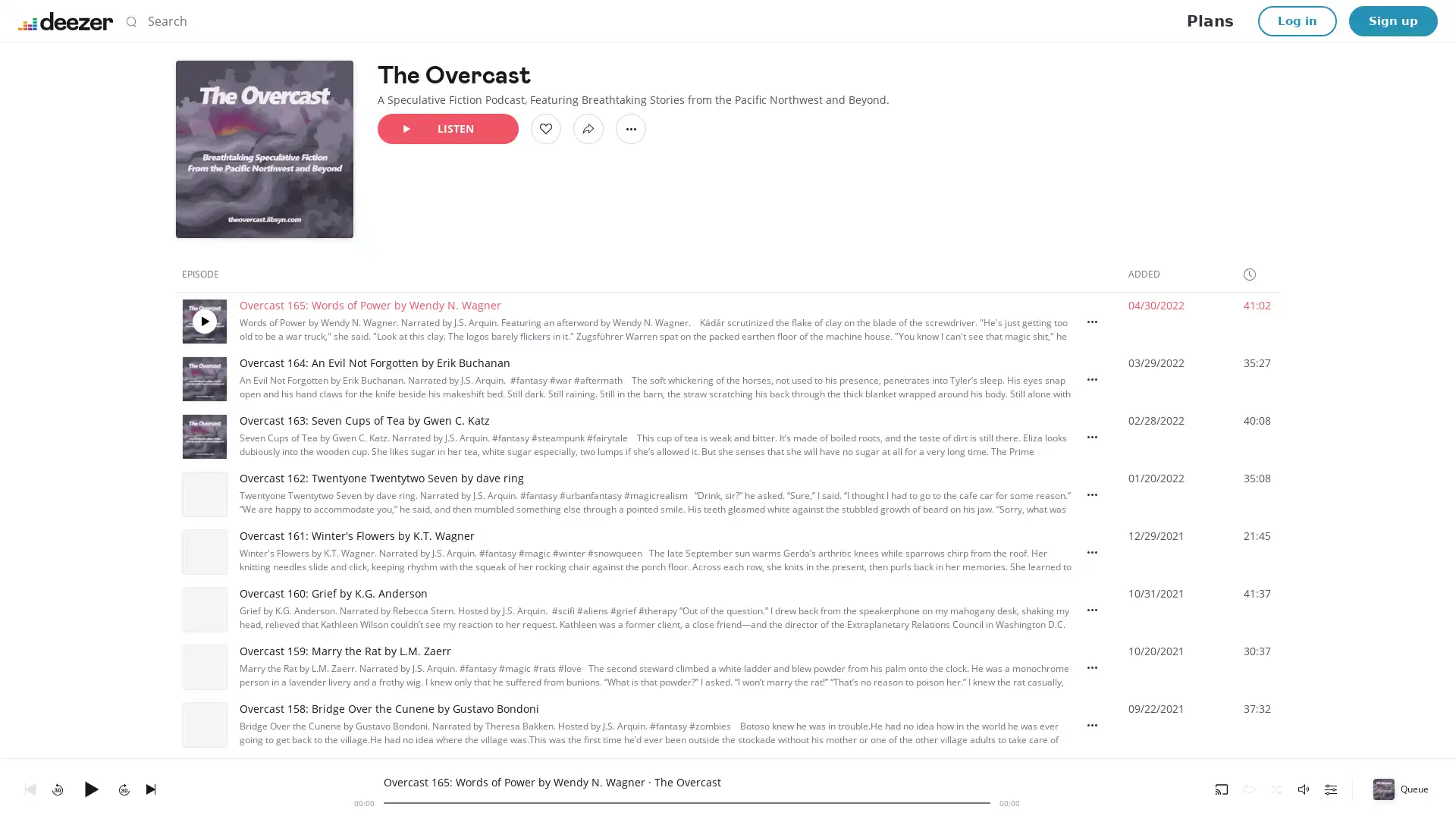  What do you see at coordinates (203, 724) in the screenshot?
I see `Play Overcast 158: Bridge Over the Cunene by Gustavo Bondoni by The Overcast` at bounding box center [203, 724].